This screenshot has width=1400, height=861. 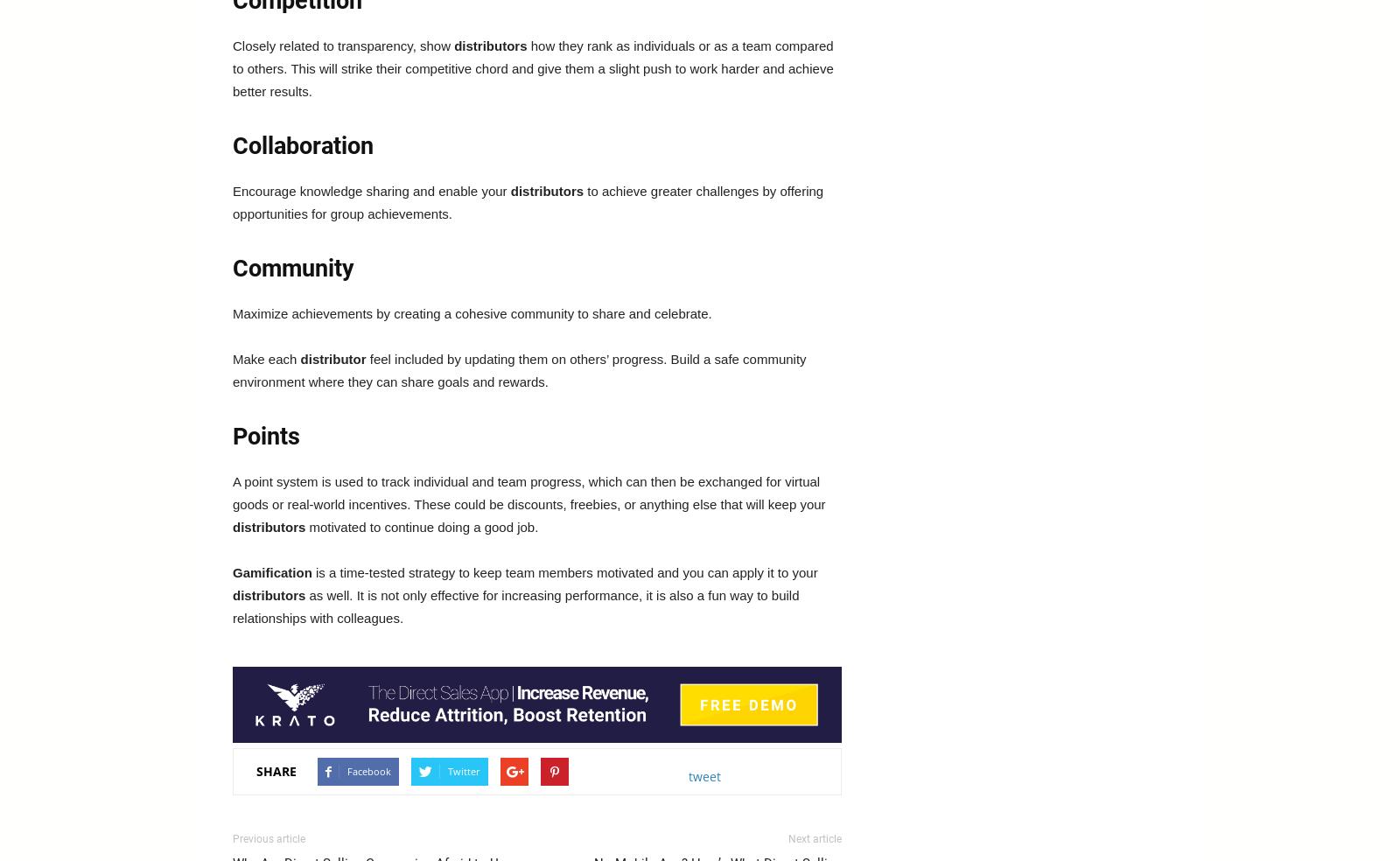 What do you see at coordinates (266, 435) in the screenshot?
I see `'Points'` at bounding box center [266, 435].